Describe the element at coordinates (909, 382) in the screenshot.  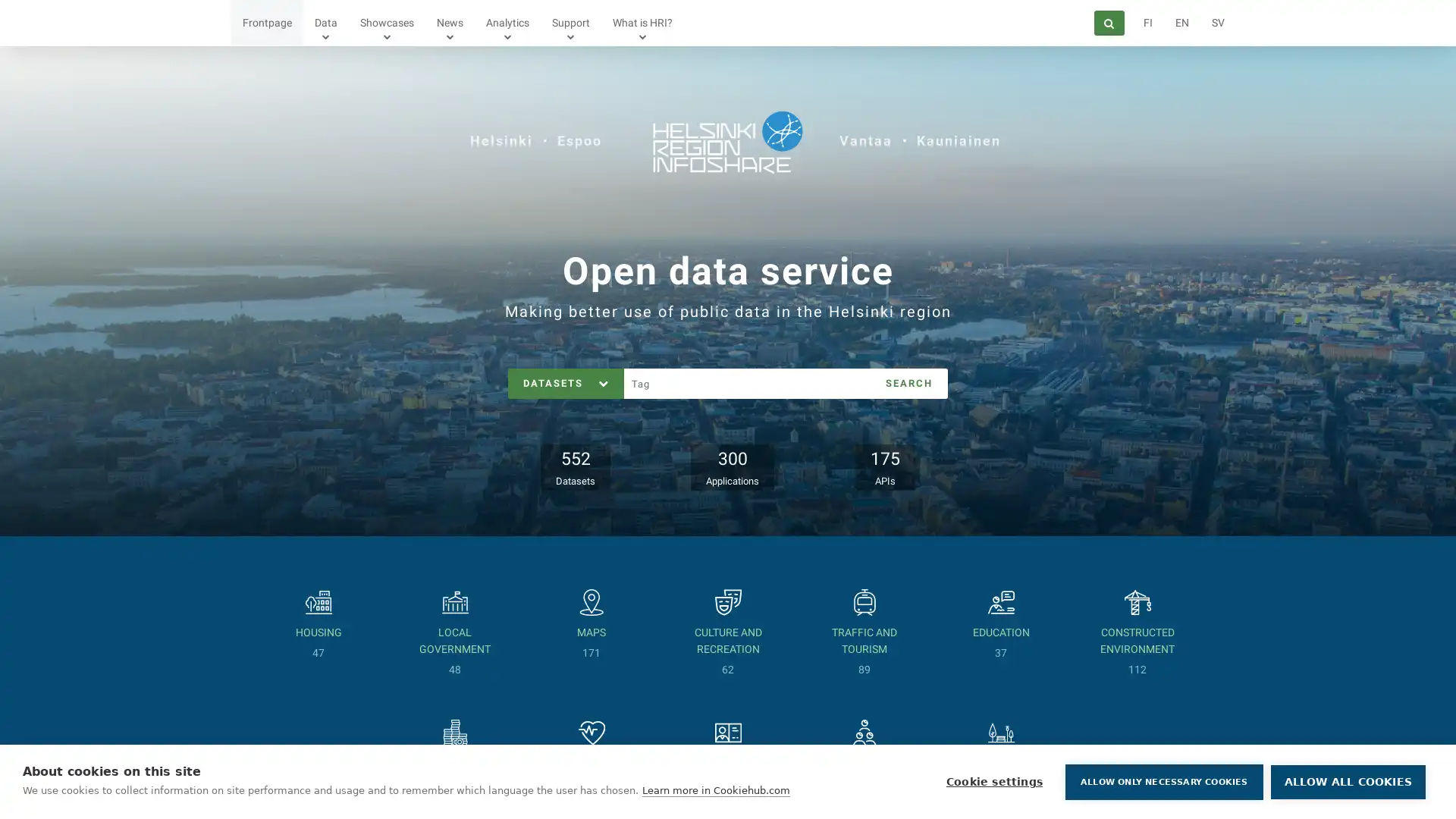
I see `SEARCH` at that location.